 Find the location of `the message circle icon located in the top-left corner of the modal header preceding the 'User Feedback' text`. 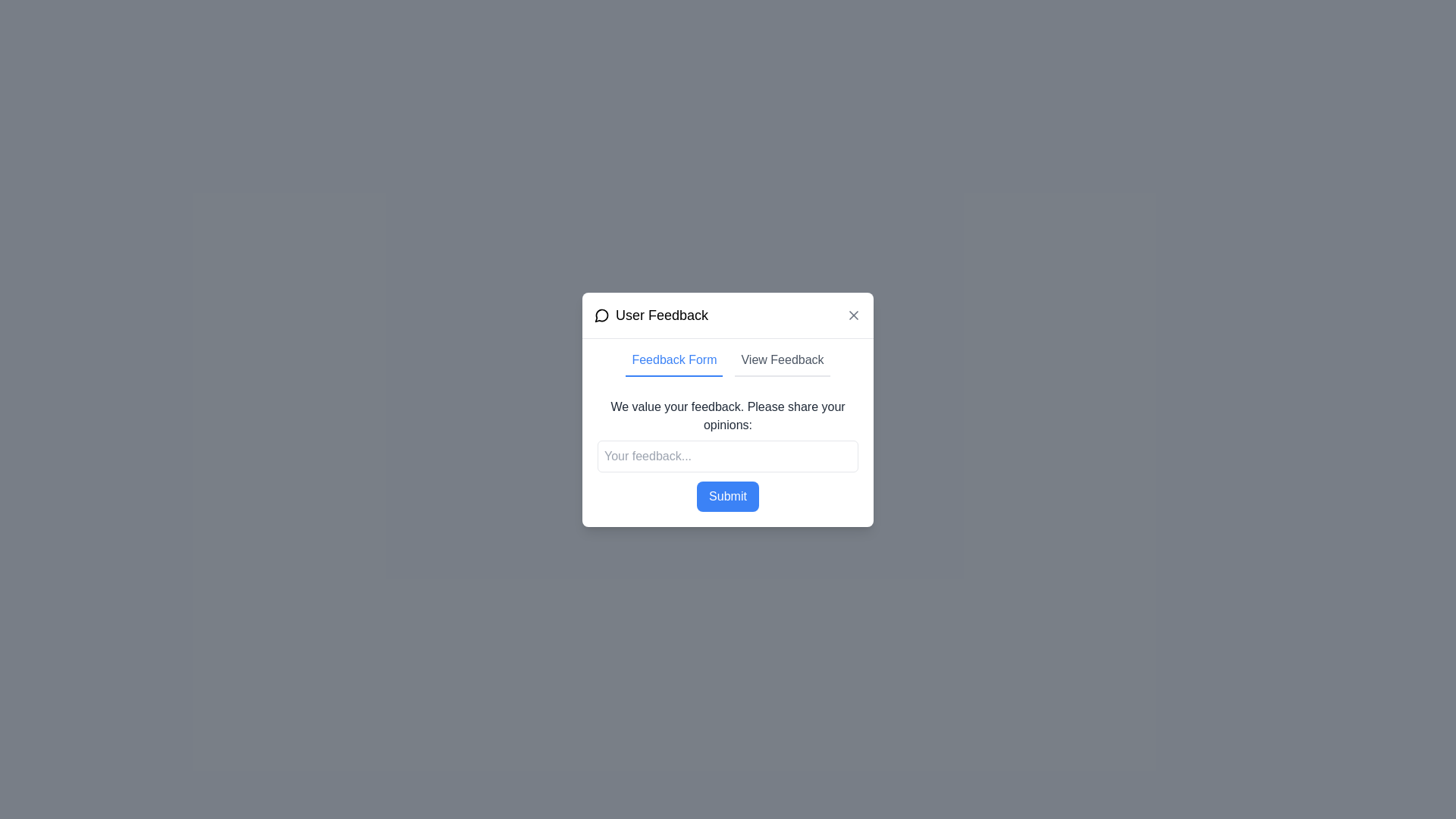

the message circle icon located in the top-left corner of the modal header preceding the 'User Feedback' text is located at coordinates (601, 314).